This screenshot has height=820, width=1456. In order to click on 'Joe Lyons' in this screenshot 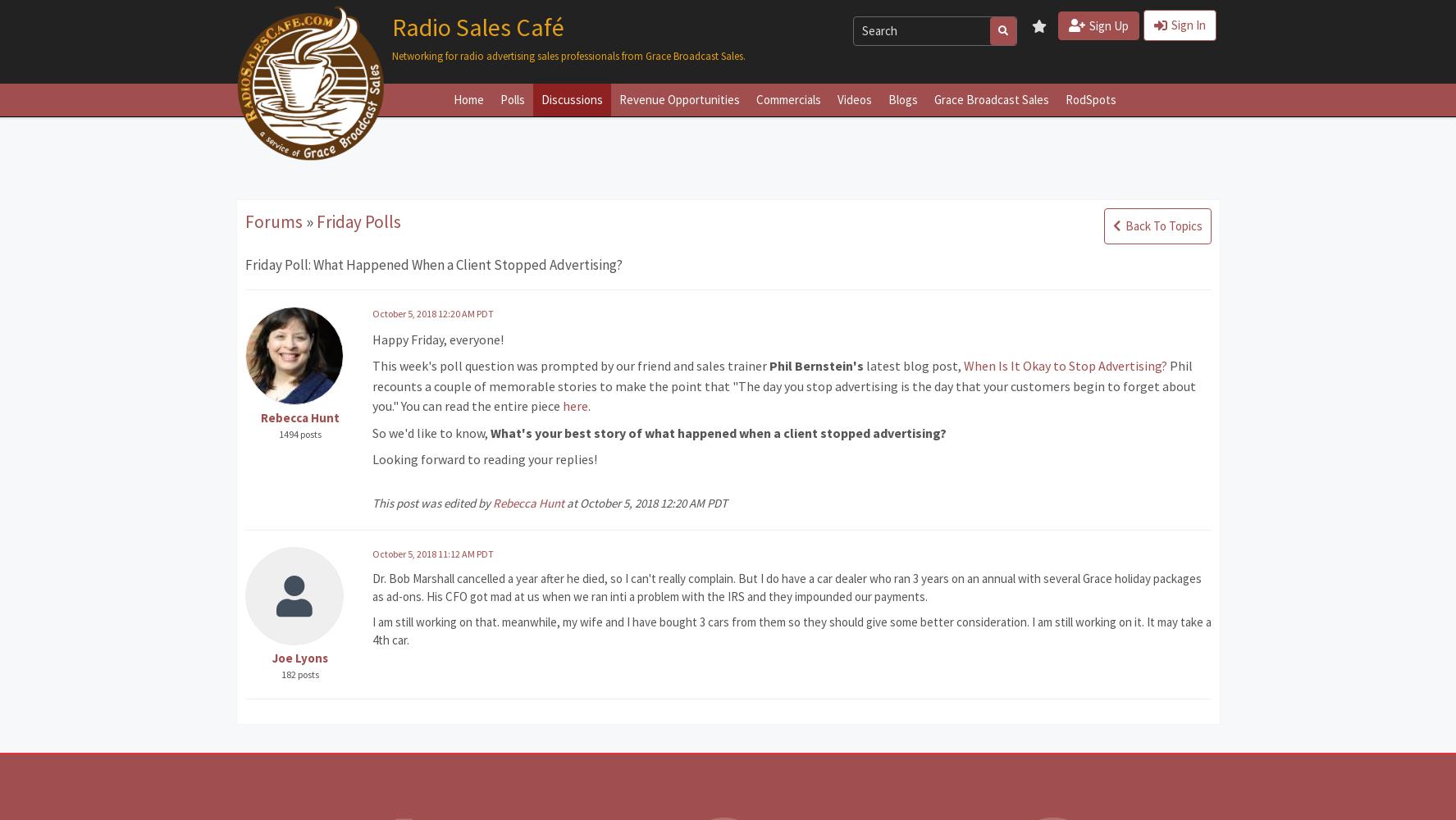, I will do `click(299, 657)`.